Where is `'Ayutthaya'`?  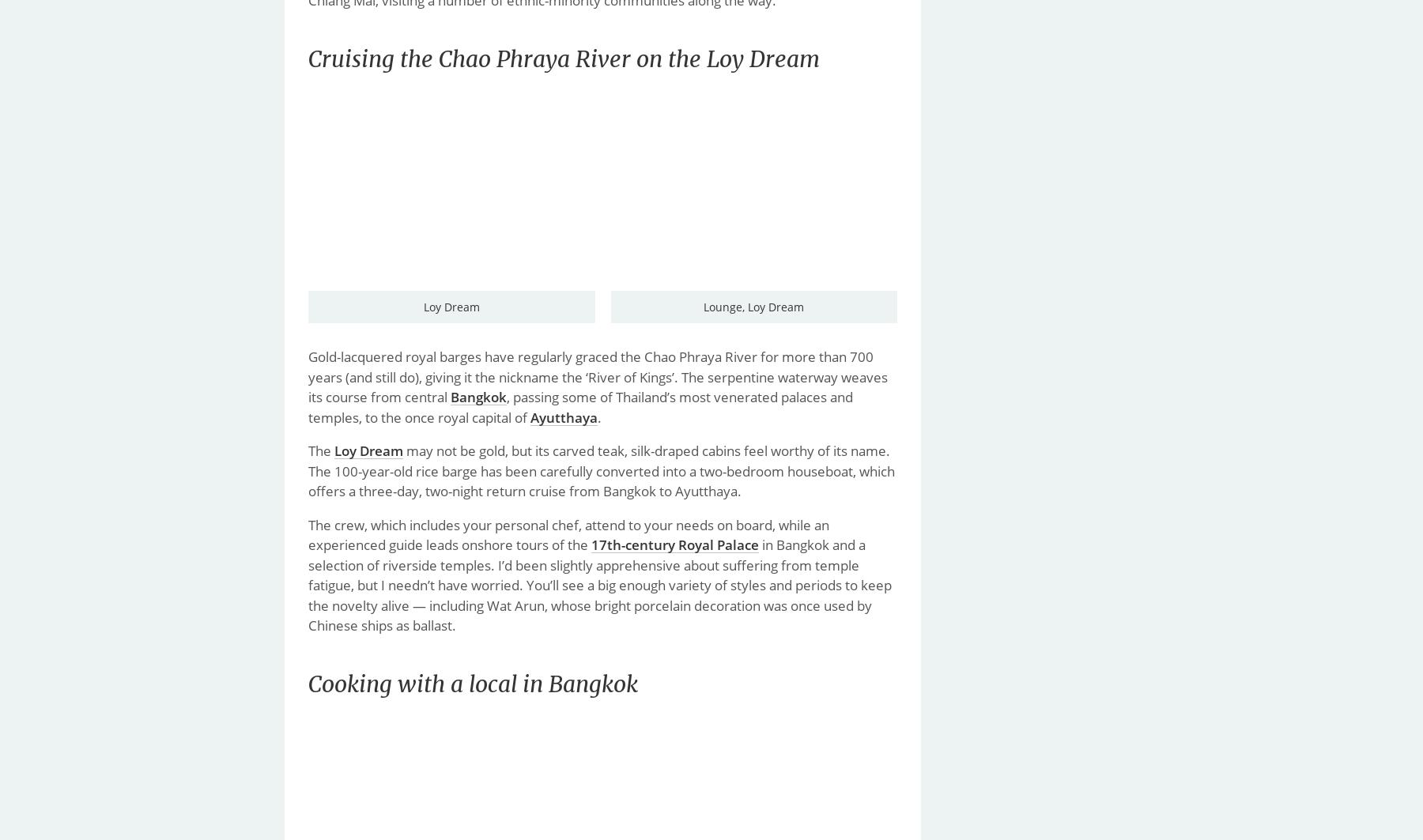 'Ayutthaya' is located at coordinates (530, 416).